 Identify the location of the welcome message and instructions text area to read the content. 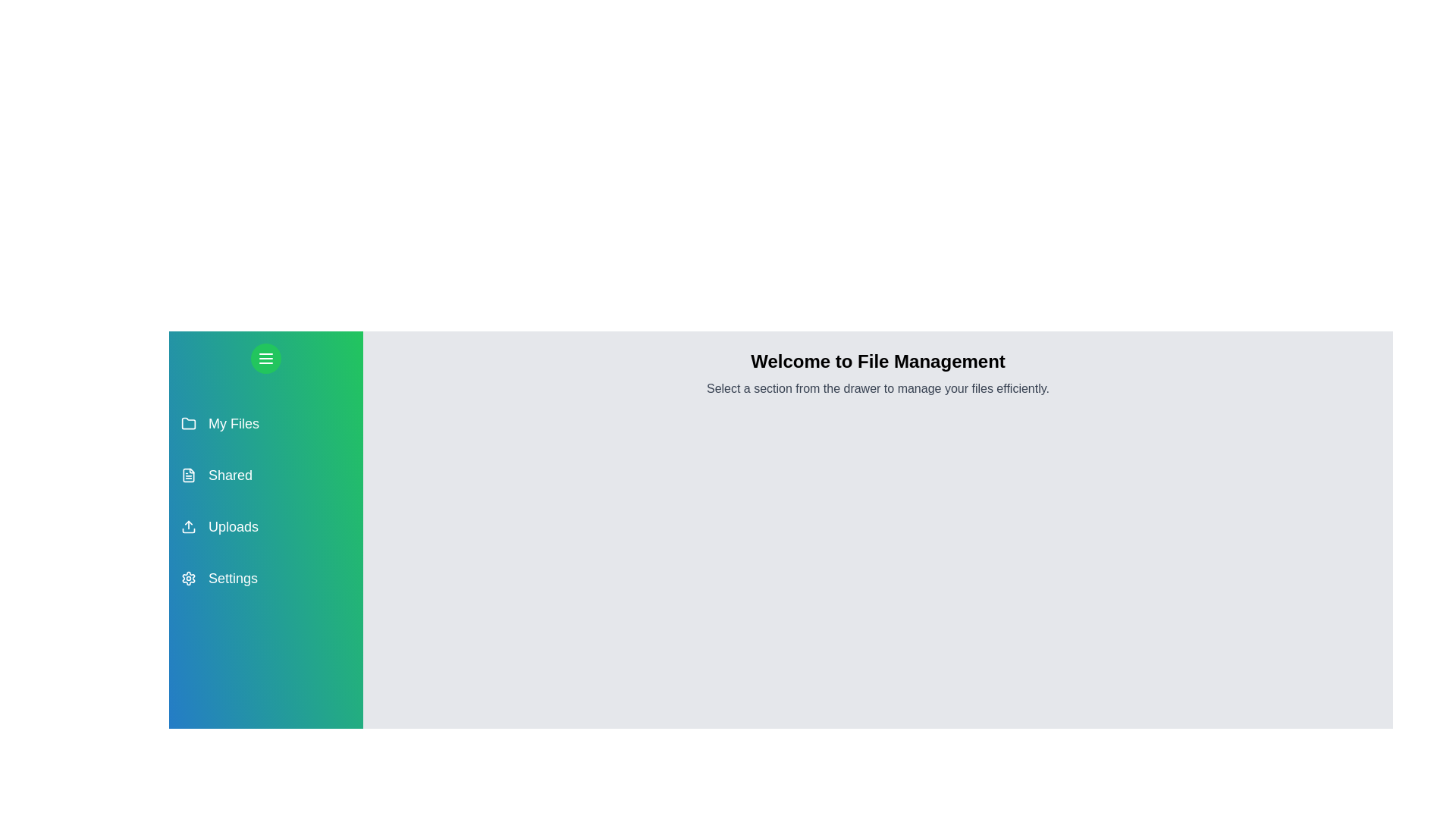
(877, 362).